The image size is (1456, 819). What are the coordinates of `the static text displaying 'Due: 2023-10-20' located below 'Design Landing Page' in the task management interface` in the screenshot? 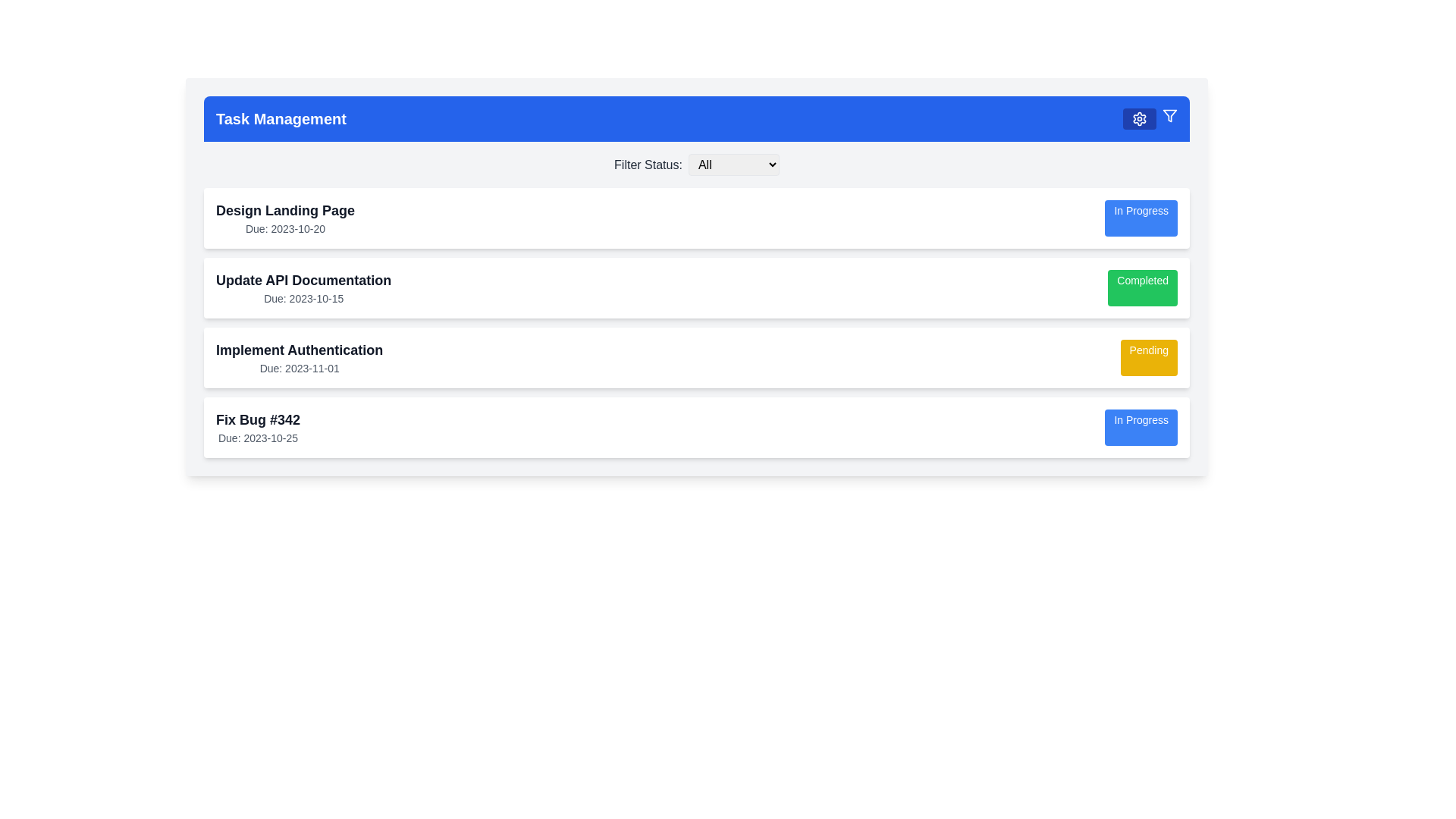 It's located at (285, 228).